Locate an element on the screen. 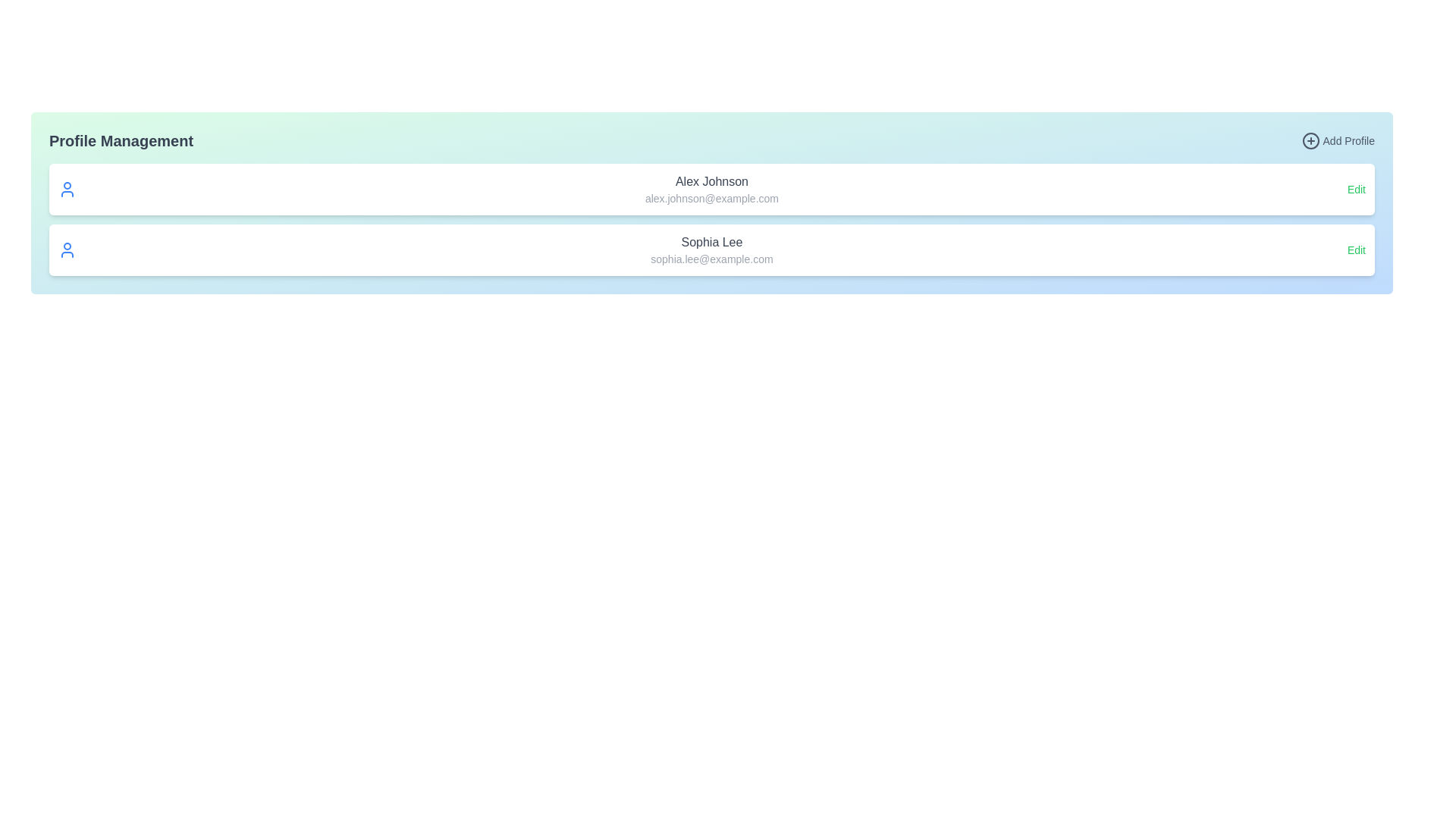 This screenshot has height=819, width=1456. the static text label displaying the email address of the user, which is located directly below 'Sophia Lee' in the user profile section is located at coordinates (711, 259).